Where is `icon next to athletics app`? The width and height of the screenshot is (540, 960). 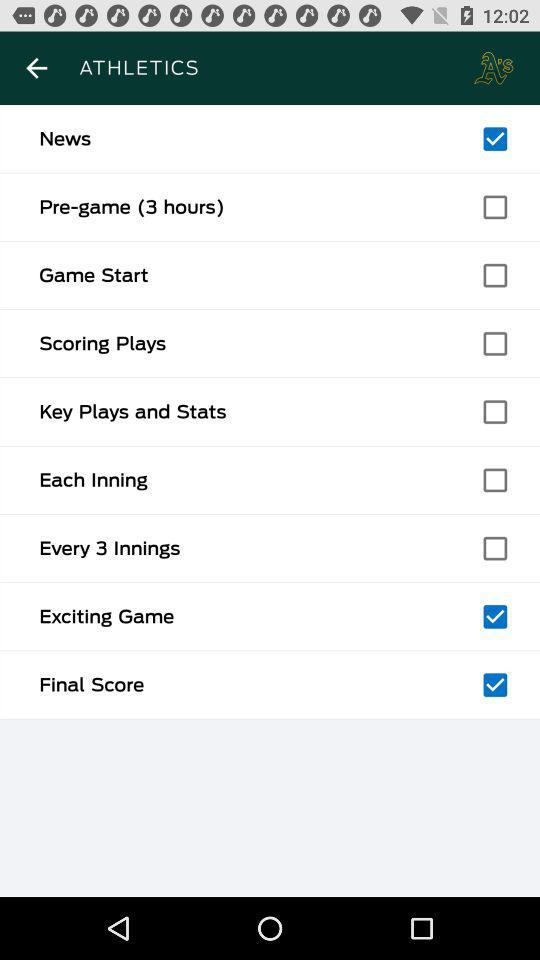 icon next to athletics app is located at coordinates (36, 68).